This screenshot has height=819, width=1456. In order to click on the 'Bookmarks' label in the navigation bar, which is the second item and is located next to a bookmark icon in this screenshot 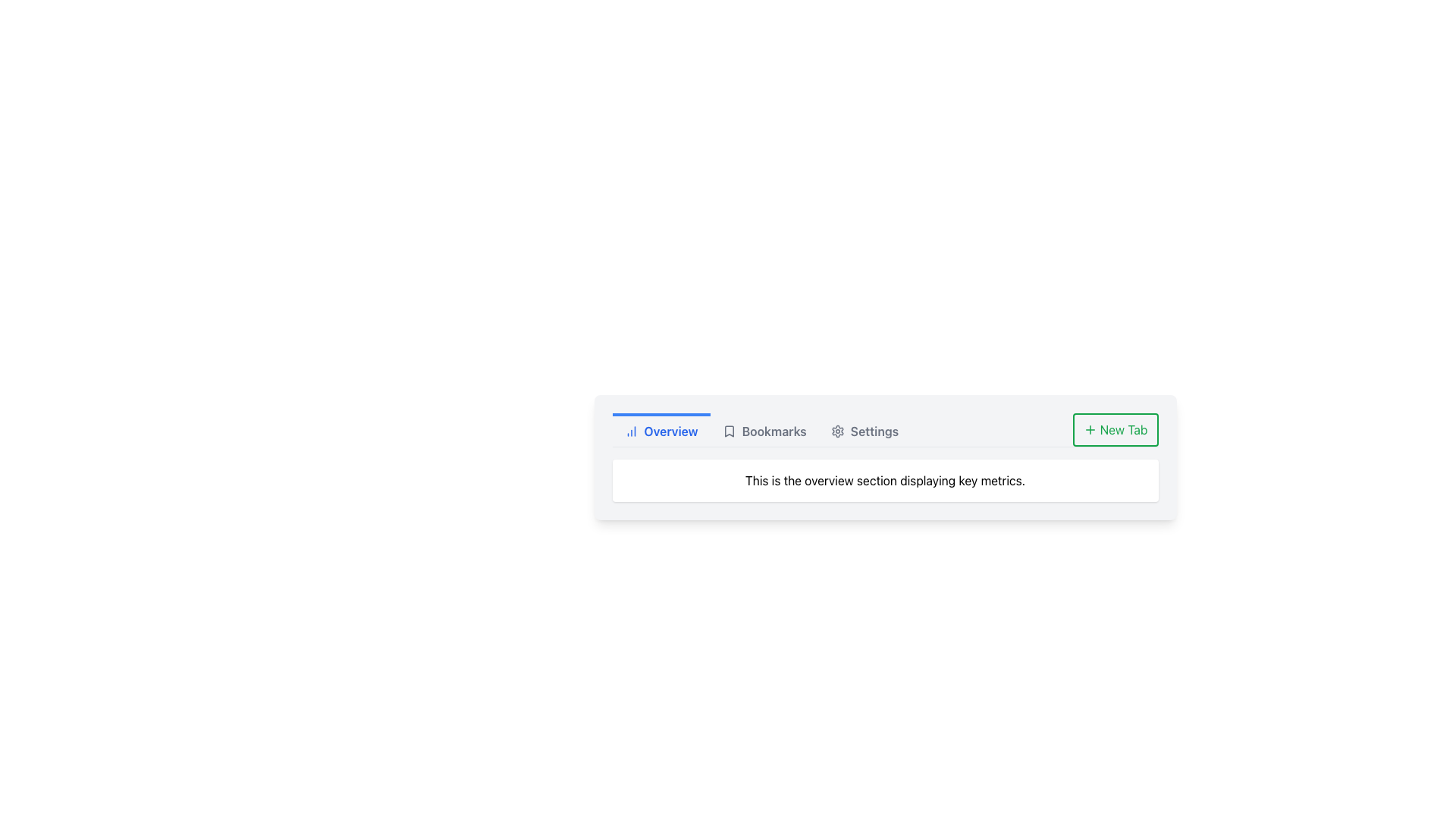, I will do `click(774, 431)`.